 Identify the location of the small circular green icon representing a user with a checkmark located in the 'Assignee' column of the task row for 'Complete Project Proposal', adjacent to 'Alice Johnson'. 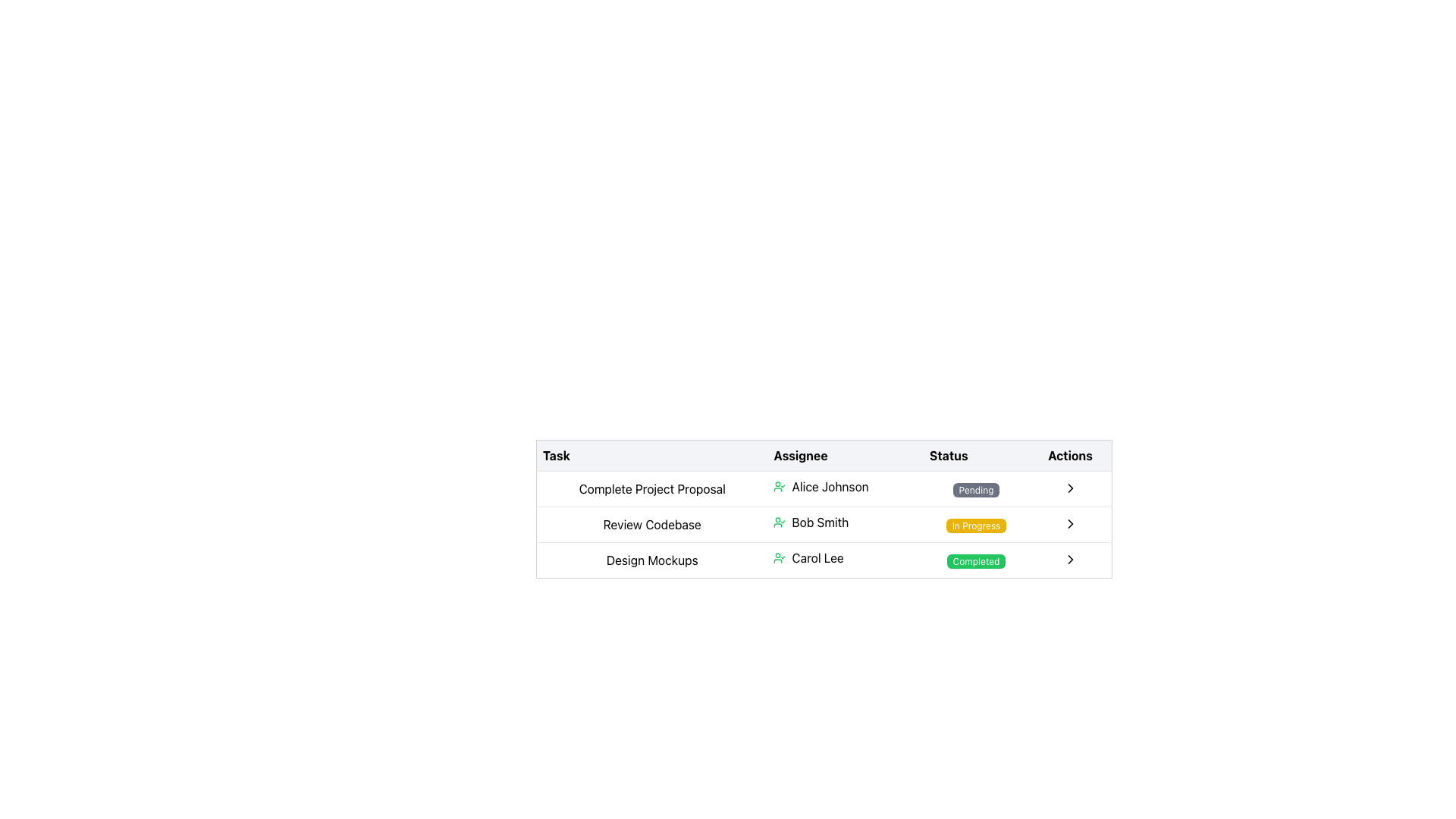
(780, 486).